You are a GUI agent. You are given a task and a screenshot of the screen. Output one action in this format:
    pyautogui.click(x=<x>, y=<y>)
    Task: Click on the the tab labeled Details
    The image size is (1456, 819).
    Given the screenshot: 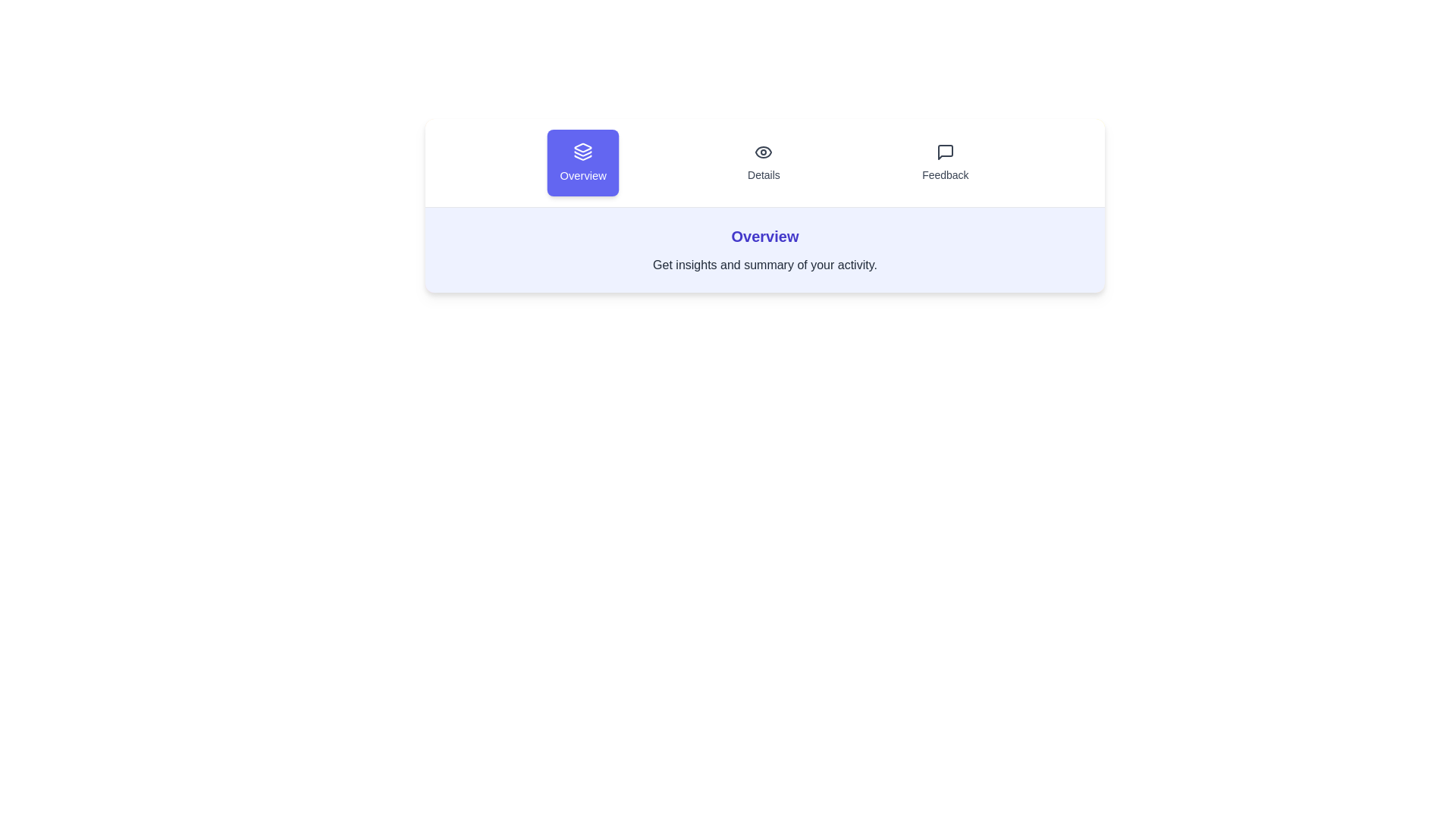 What is the action you would take?
    pyautogui.click(x=764, y=163)
    